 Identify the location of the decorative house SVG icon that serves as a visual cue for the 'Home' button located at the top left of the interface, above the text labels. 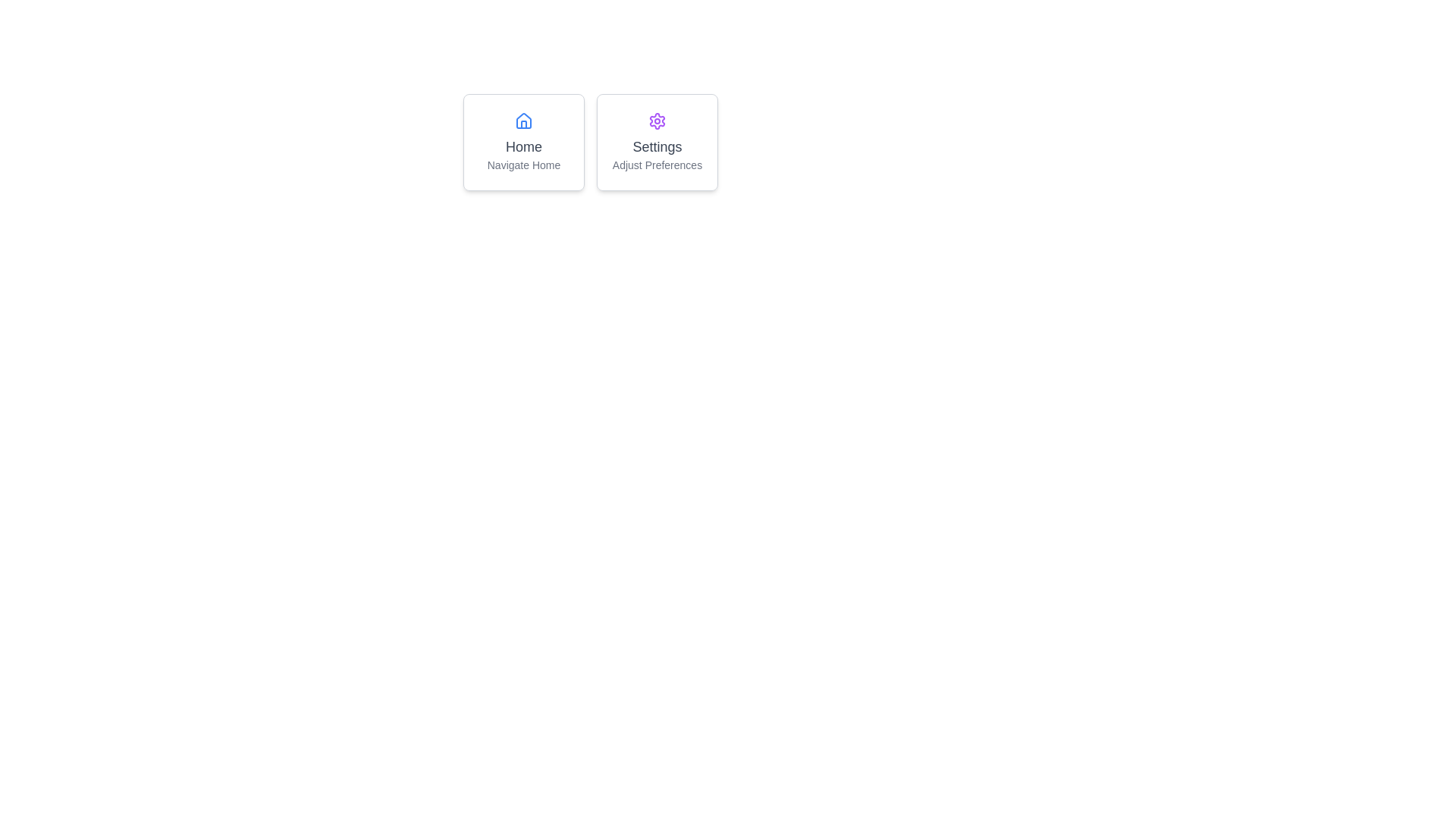
(524, 119).